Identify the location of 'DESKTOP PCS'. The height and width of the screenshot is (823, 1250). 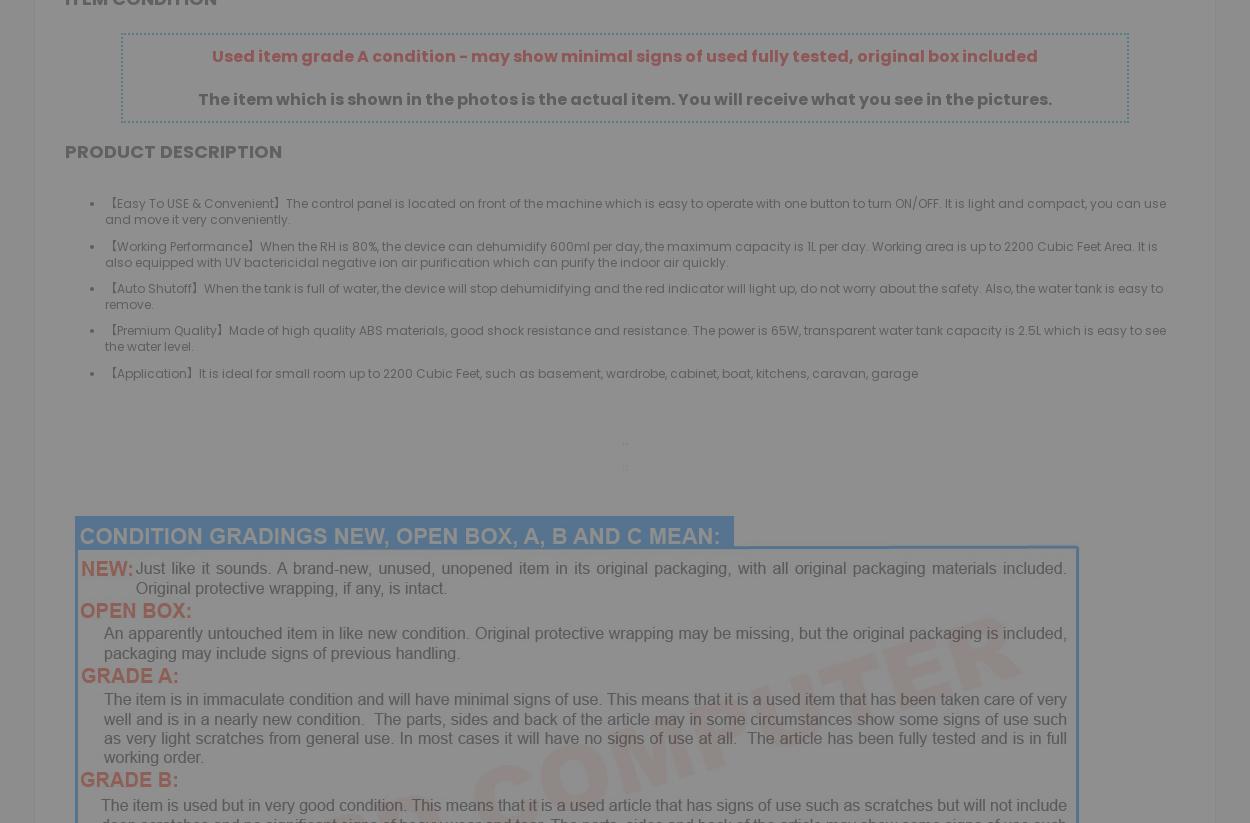
(412, 447).